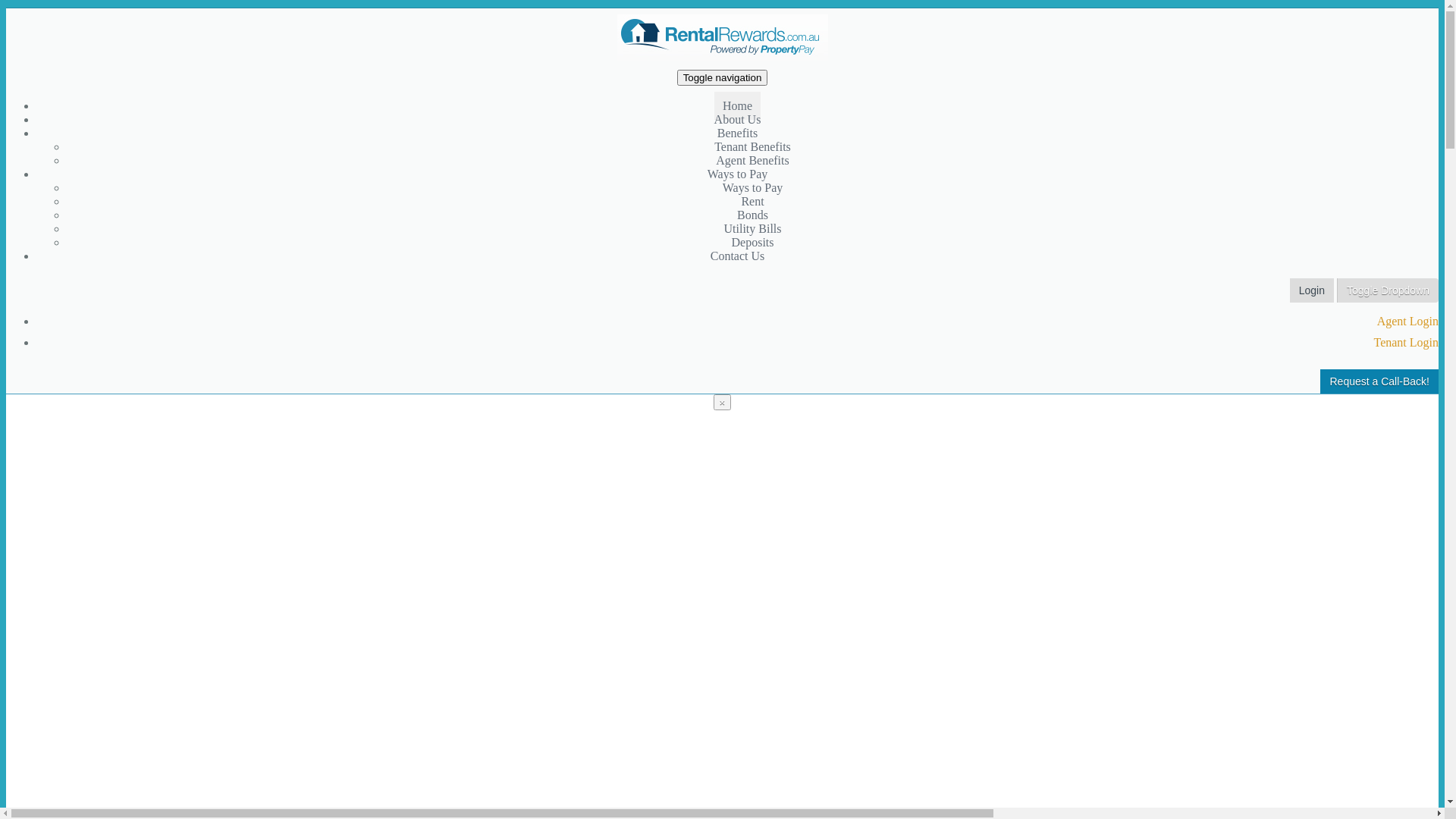 This screenshot has height=819, width=1456. I want to click on 'Ways to Pay', so click(738, 173).